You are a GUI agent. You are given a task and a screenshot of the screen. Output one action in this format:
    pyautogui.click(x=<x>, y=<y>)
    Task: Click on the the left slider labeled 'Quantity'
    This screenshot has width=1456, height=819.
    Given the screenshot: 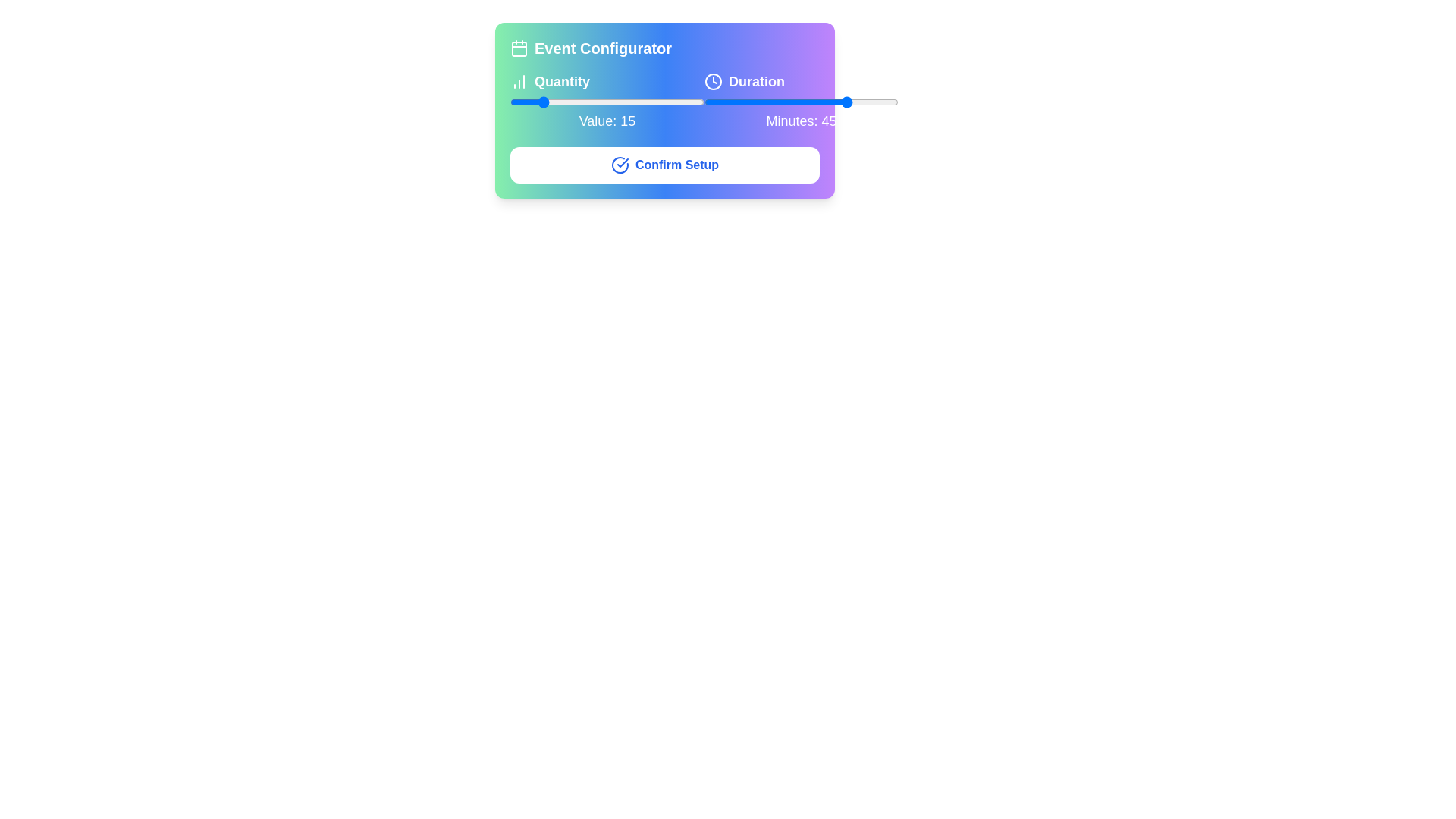 What is the action you would take?
    pyautogui.click(x=665, y=102)
    